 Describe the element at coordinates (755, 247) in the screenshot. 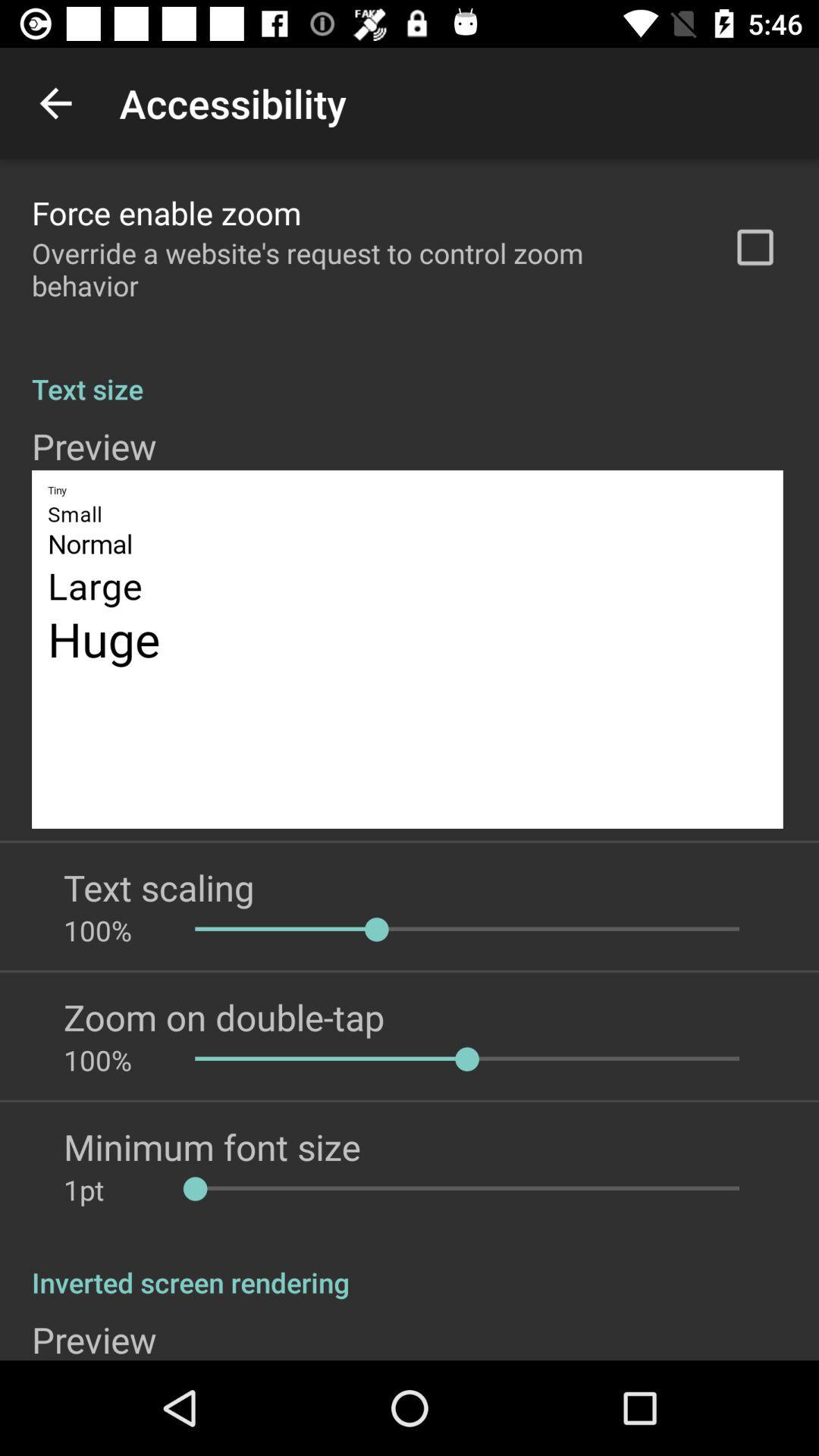

I see `the icon at the top right corner` at that location.